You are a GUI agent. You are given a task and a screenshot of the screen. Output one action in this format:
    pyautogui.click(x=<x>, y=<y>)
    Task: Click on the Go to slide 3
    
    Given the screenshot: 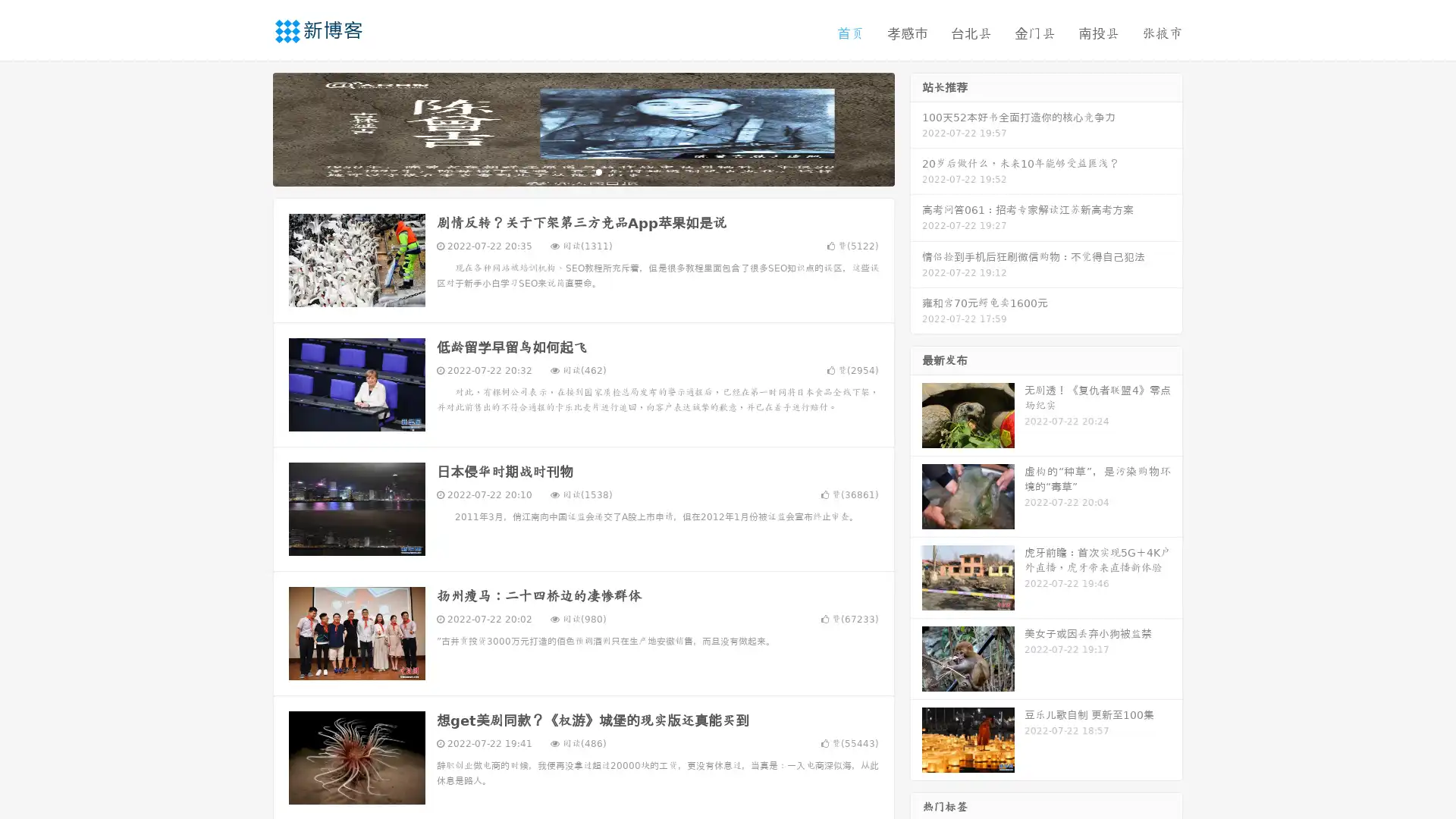 What is the action you would take?
    pyautogui.click(x=598, y=171)
    